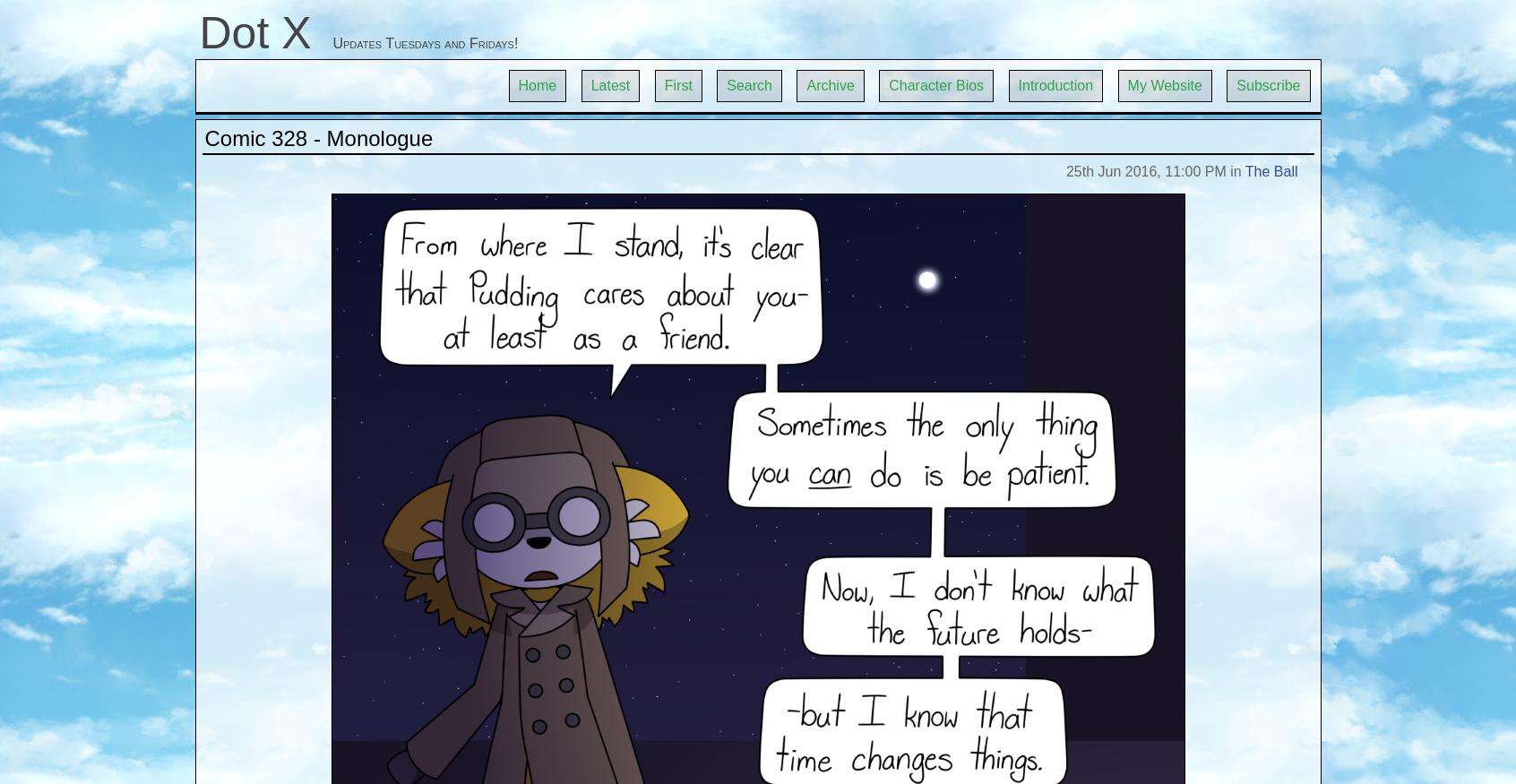  Describe the element at coordinates (1127, 85) in the screenshot. I see `'My Website'` at that location.